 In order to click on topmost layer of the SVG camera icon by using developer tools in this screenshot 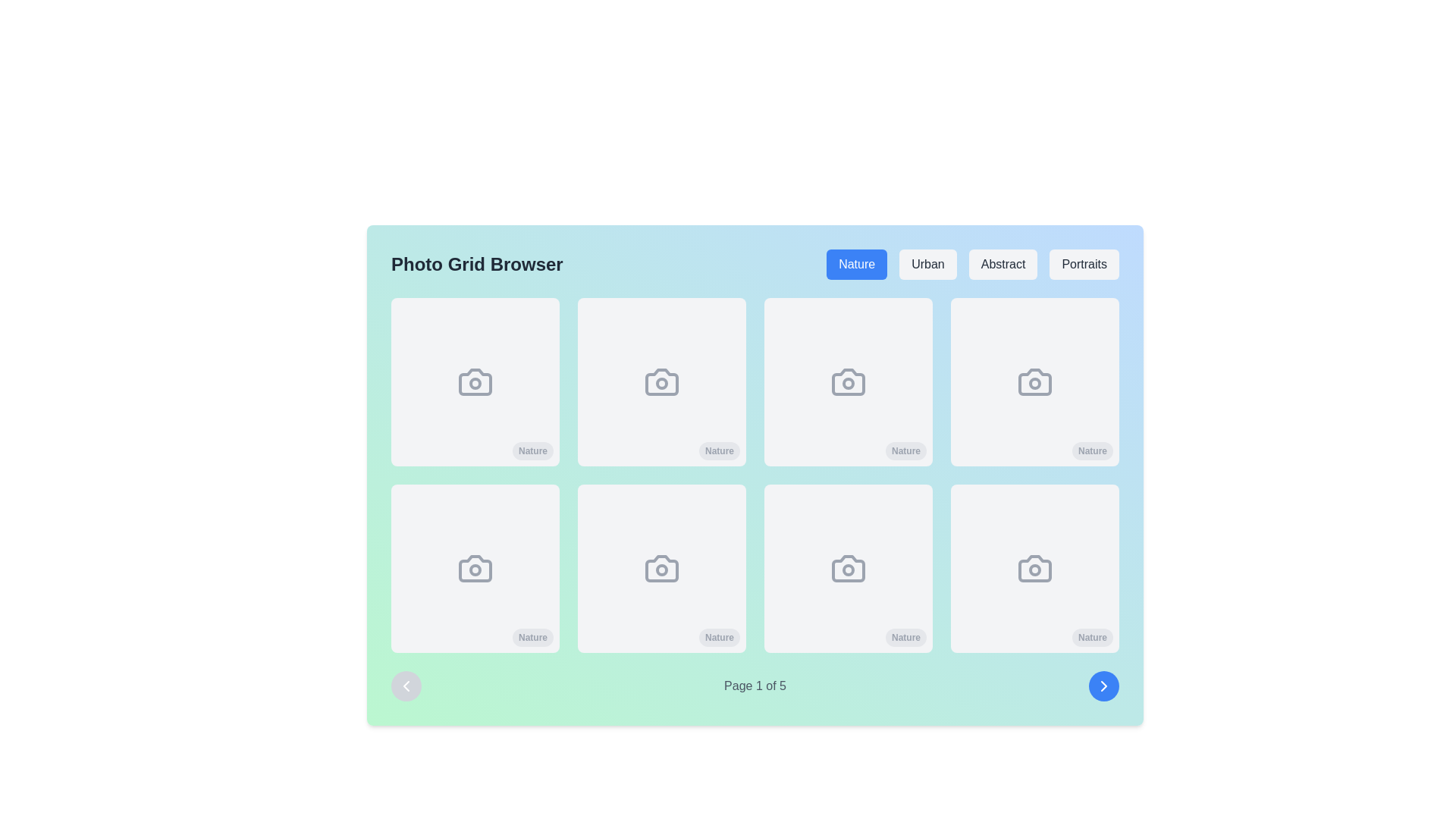, I will do `click(847, 381)`.